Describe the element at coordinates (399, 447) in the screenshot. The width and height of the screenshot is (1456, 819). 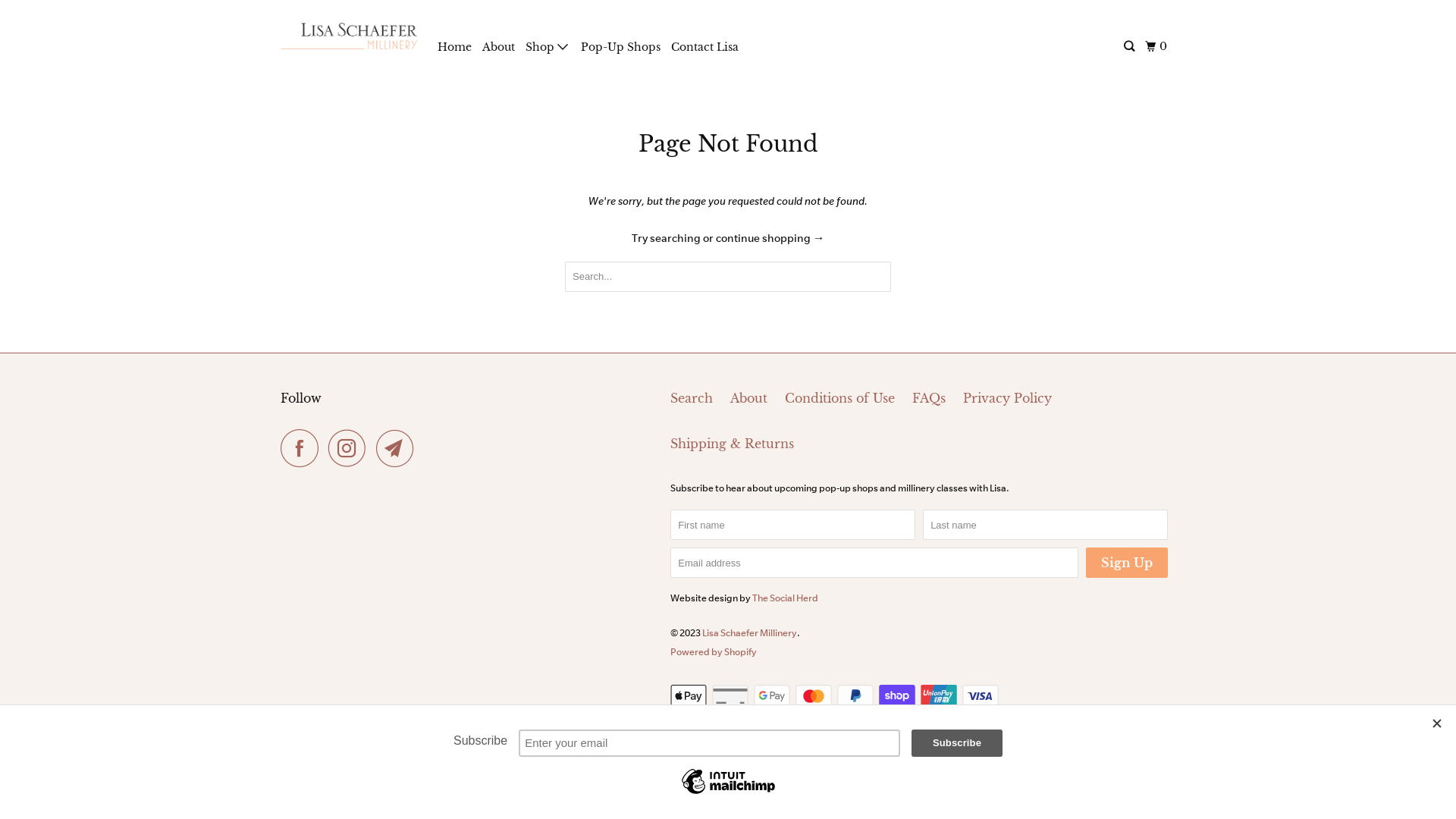
I see `'Email Lisa Schaefer Millinery'` at that location.